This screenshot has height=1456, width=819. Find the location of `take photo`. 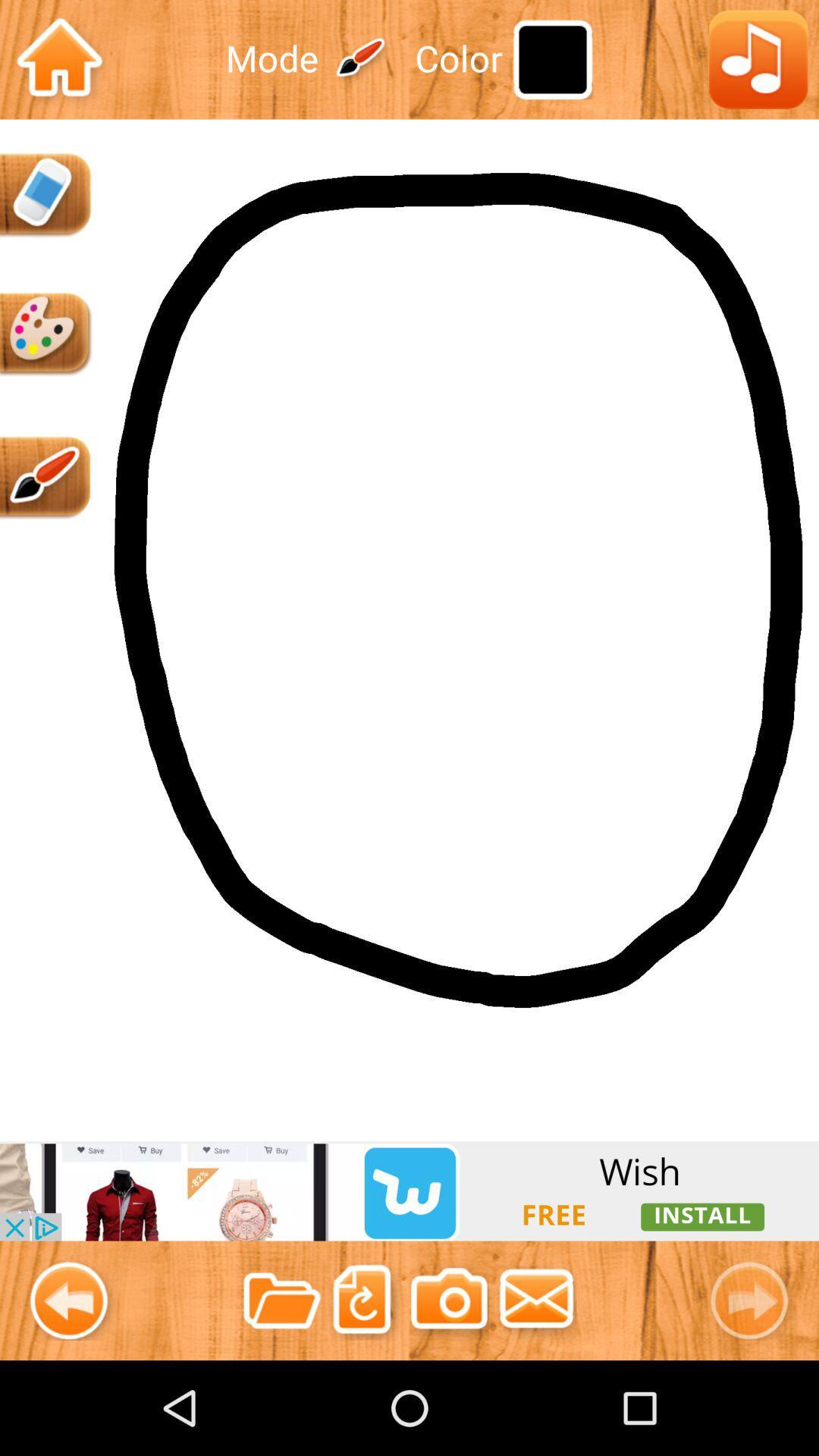

take photo is located at coordinates (448, 1300).